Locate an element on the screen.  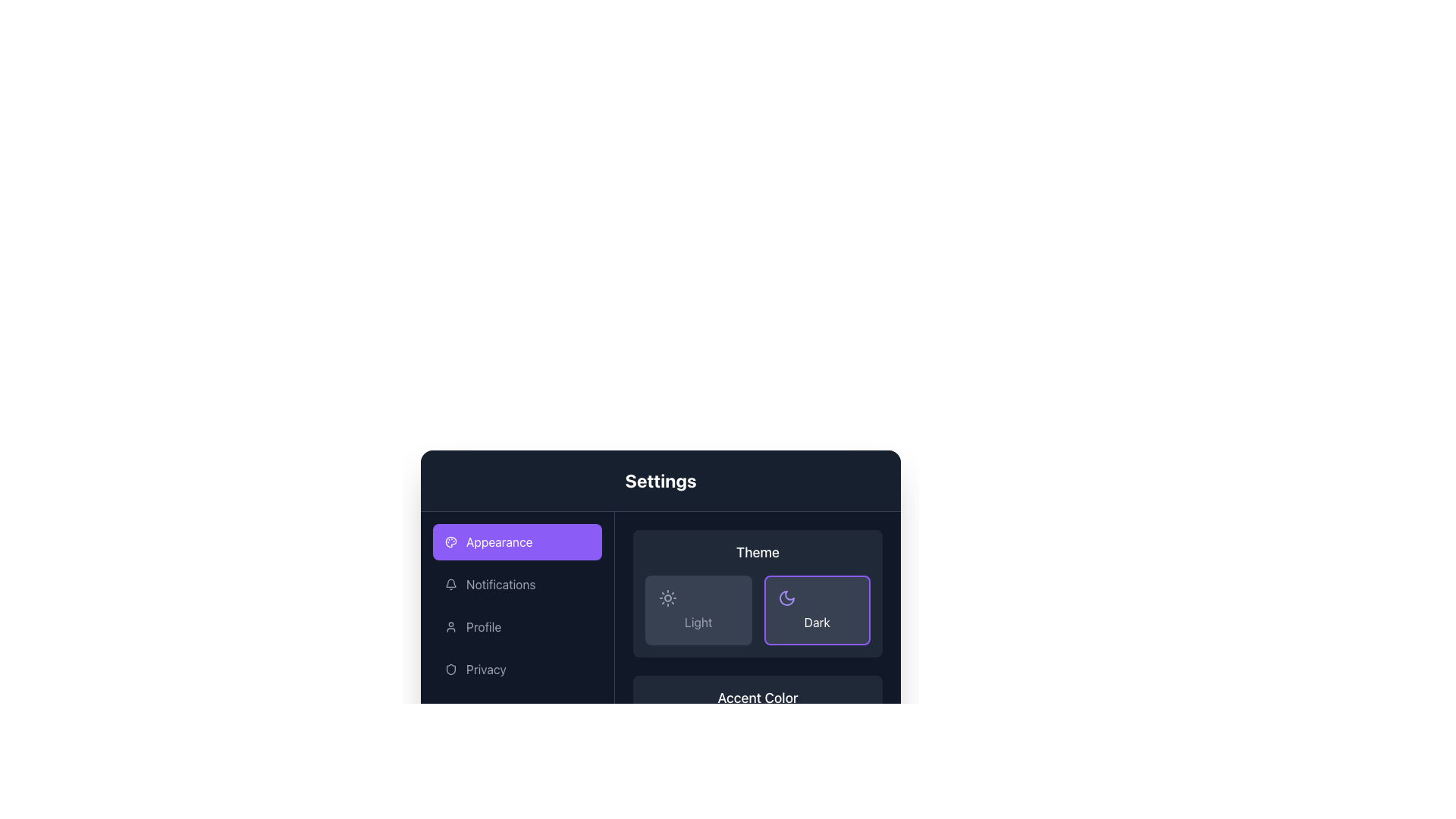
the sun icon, which is a gray, modern minimalist design located at the top-center of the 'Light' card is located at coordinates (667, 598).